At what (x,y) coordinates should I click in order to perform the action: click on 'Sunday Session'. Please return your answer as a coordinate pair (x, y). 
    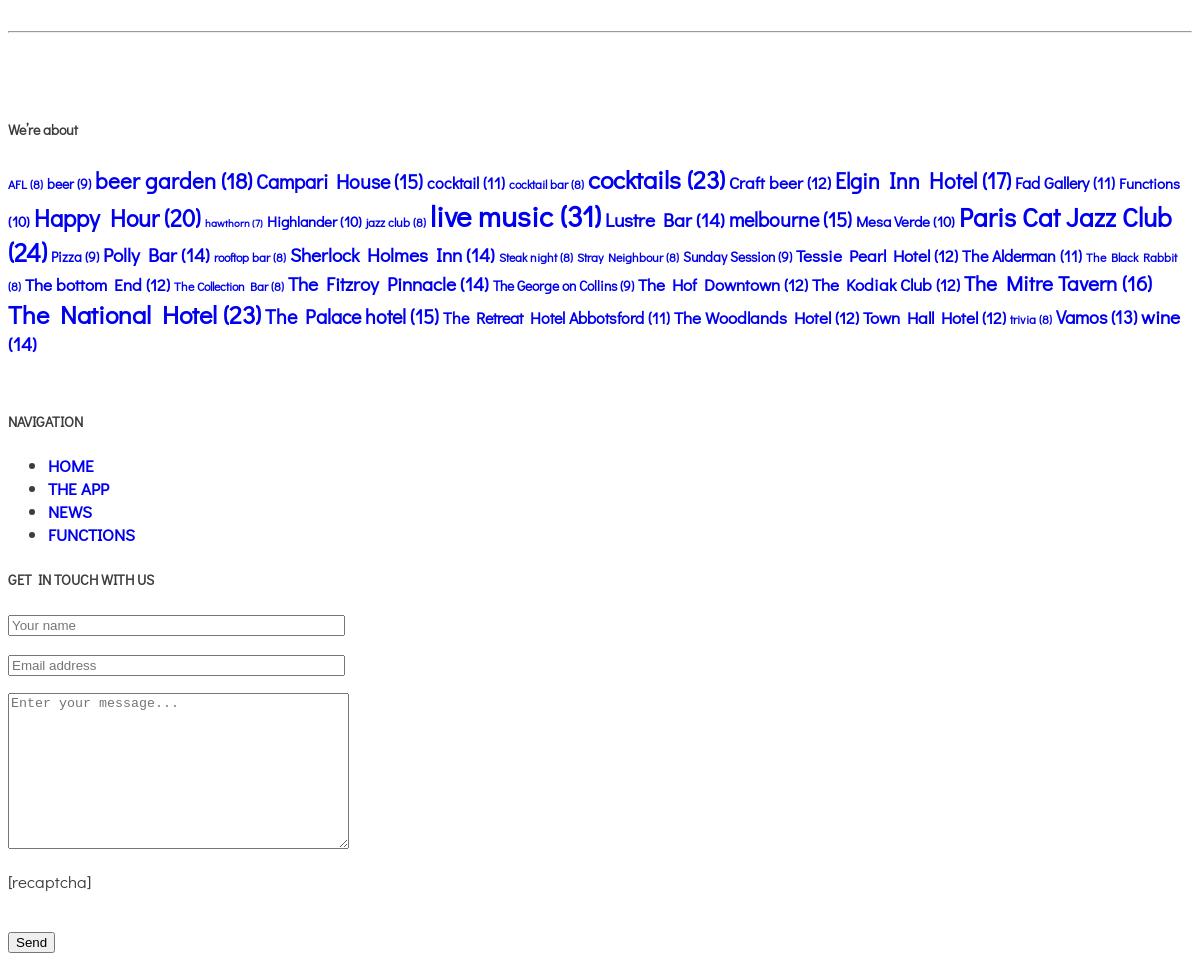
    Looking at the image, I should click on (729, 255).